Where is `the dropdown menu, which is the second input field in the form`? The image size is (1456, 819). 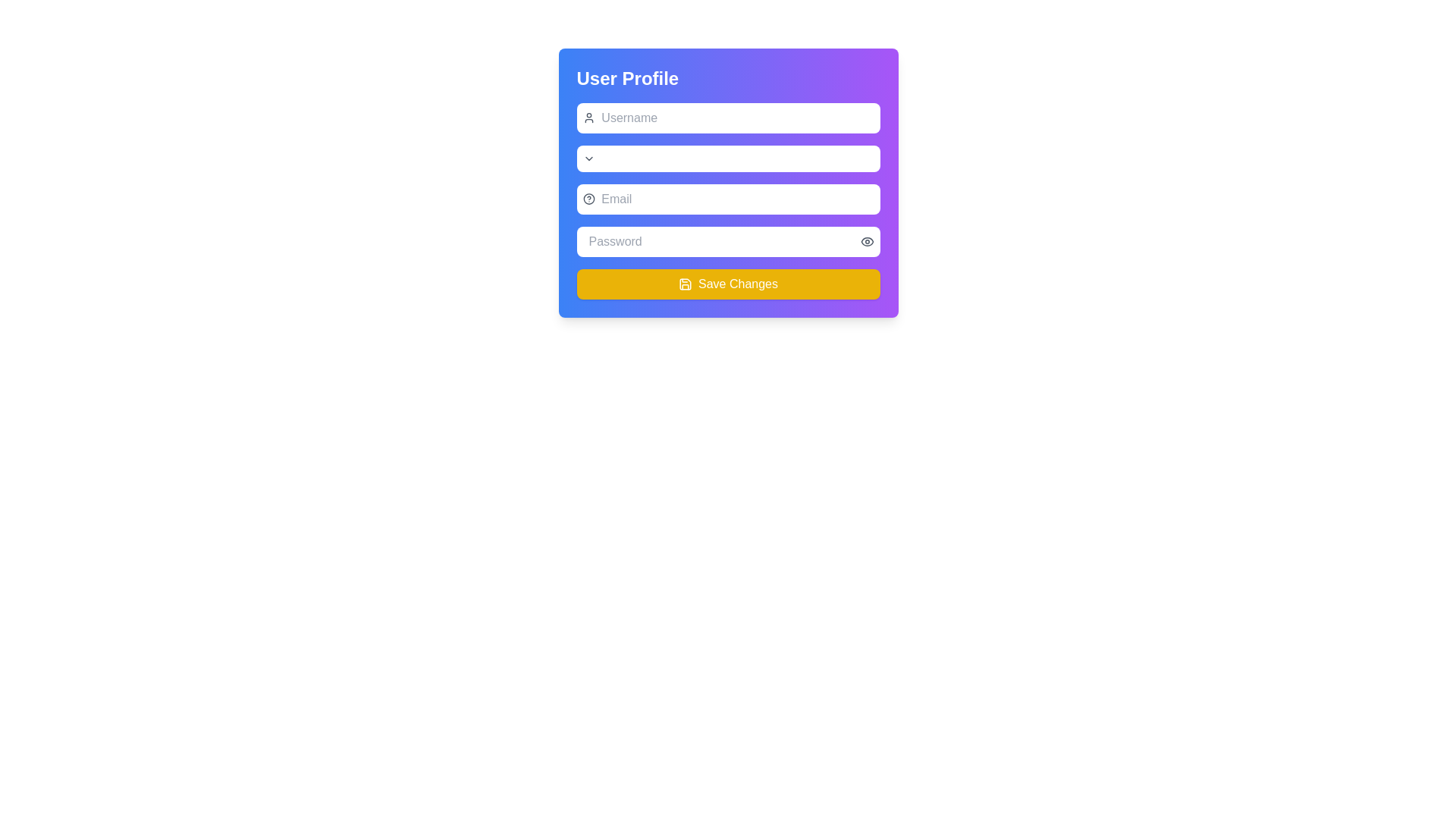
the dropdown menu, which is the second input field in the form is located at coordinates (728, 158).